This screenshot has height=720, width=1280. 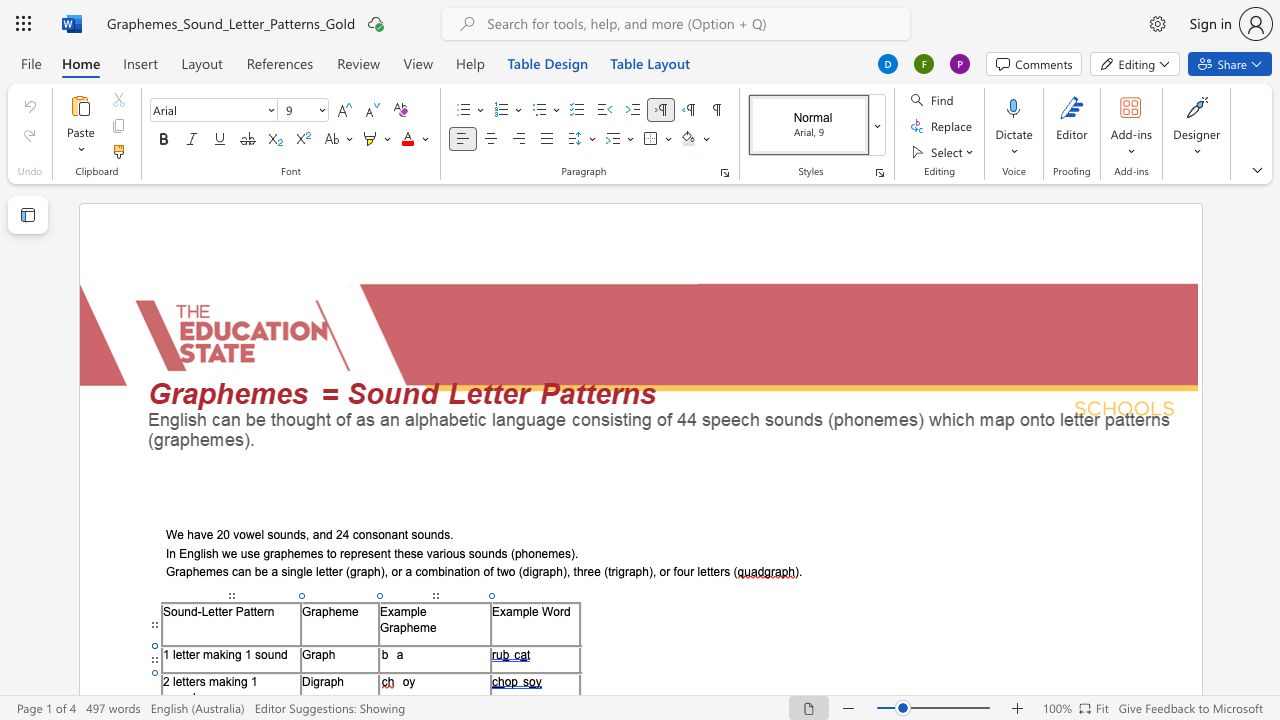 I want to click on the 1th character "a" in the text, so click(x=317, y=654).